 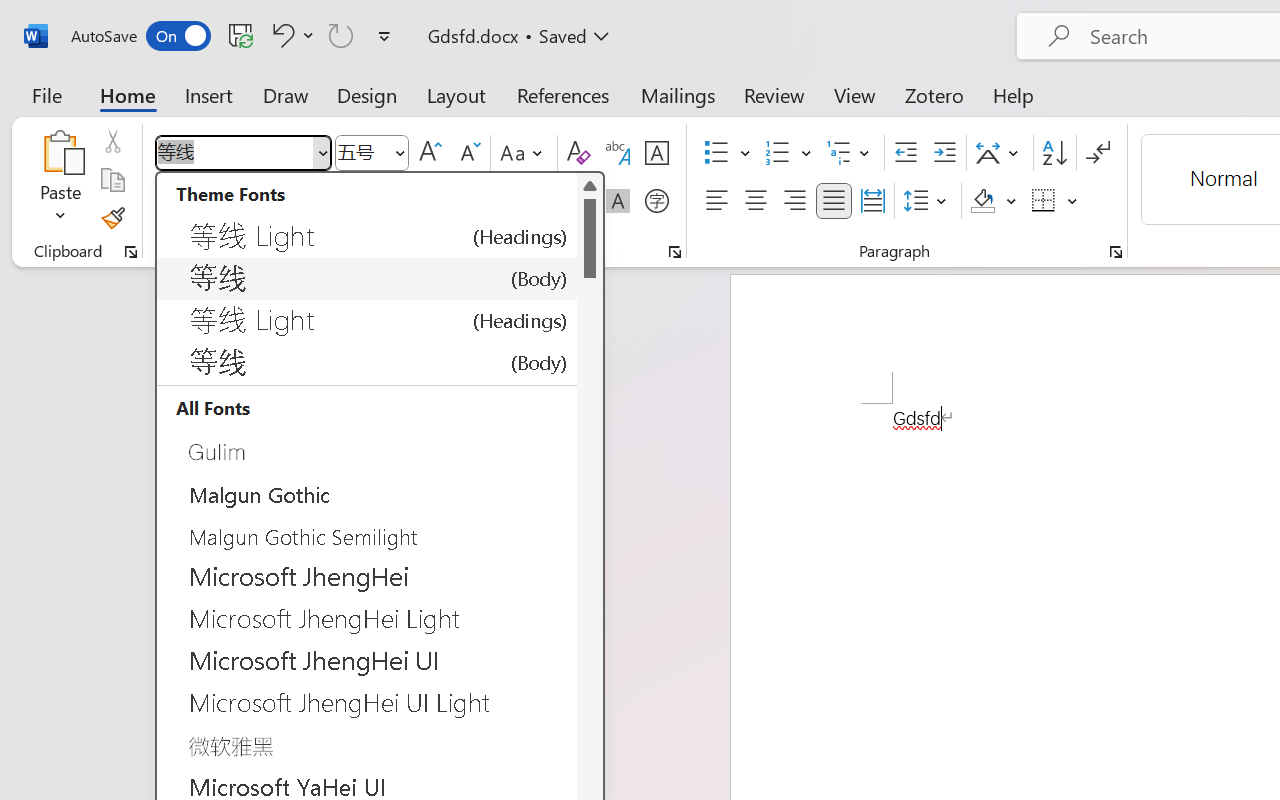 What do you see at coordinates (367, 619) in the screenshot?
I see `'Microsoft JhengHei Light'` at bounding box center [367, 619].